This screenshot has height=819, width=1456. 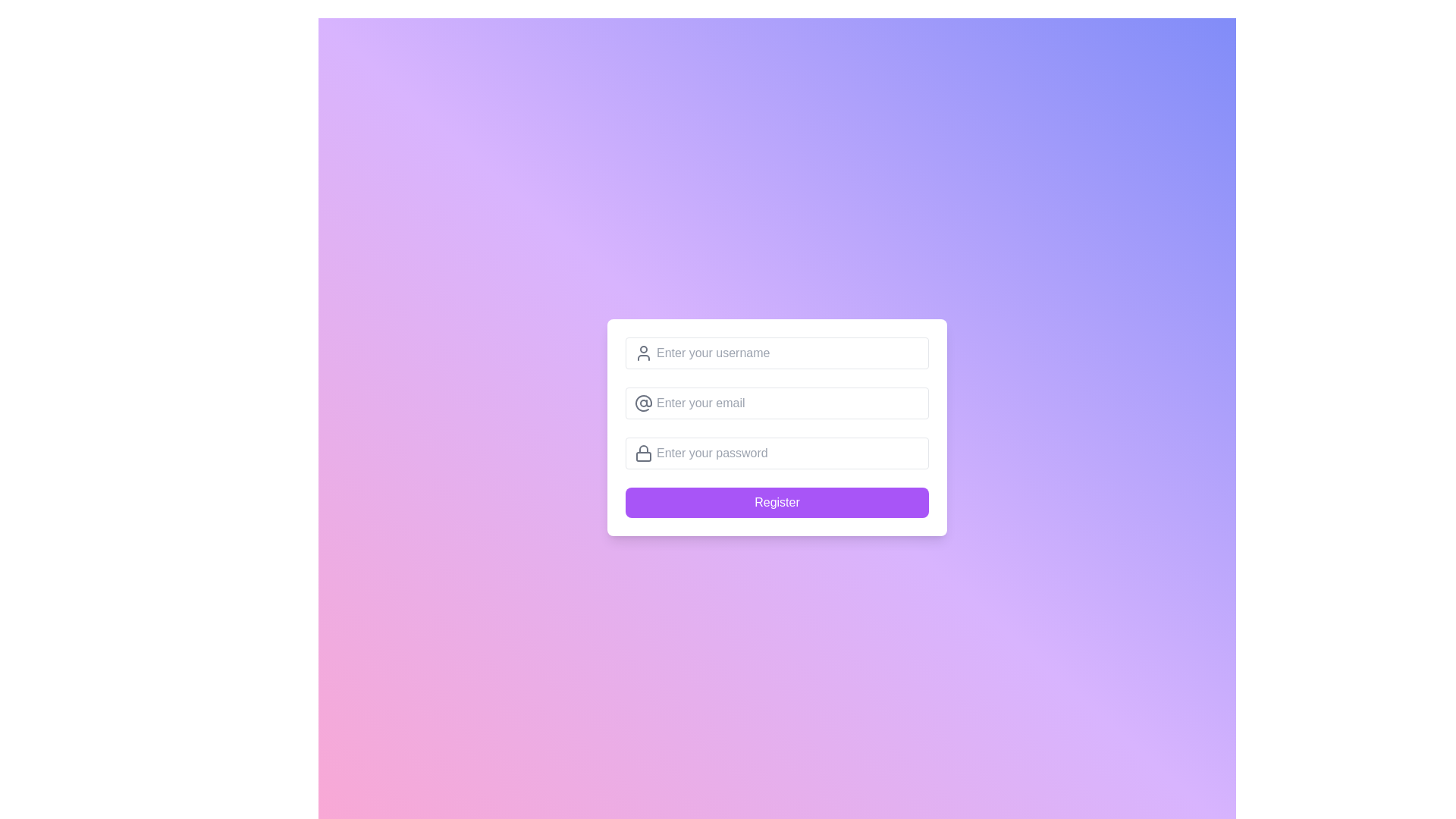 What do you see at coordinates (777, 403) in the screenshot?
I see `the email input field located` at bounding box center [777, 403].